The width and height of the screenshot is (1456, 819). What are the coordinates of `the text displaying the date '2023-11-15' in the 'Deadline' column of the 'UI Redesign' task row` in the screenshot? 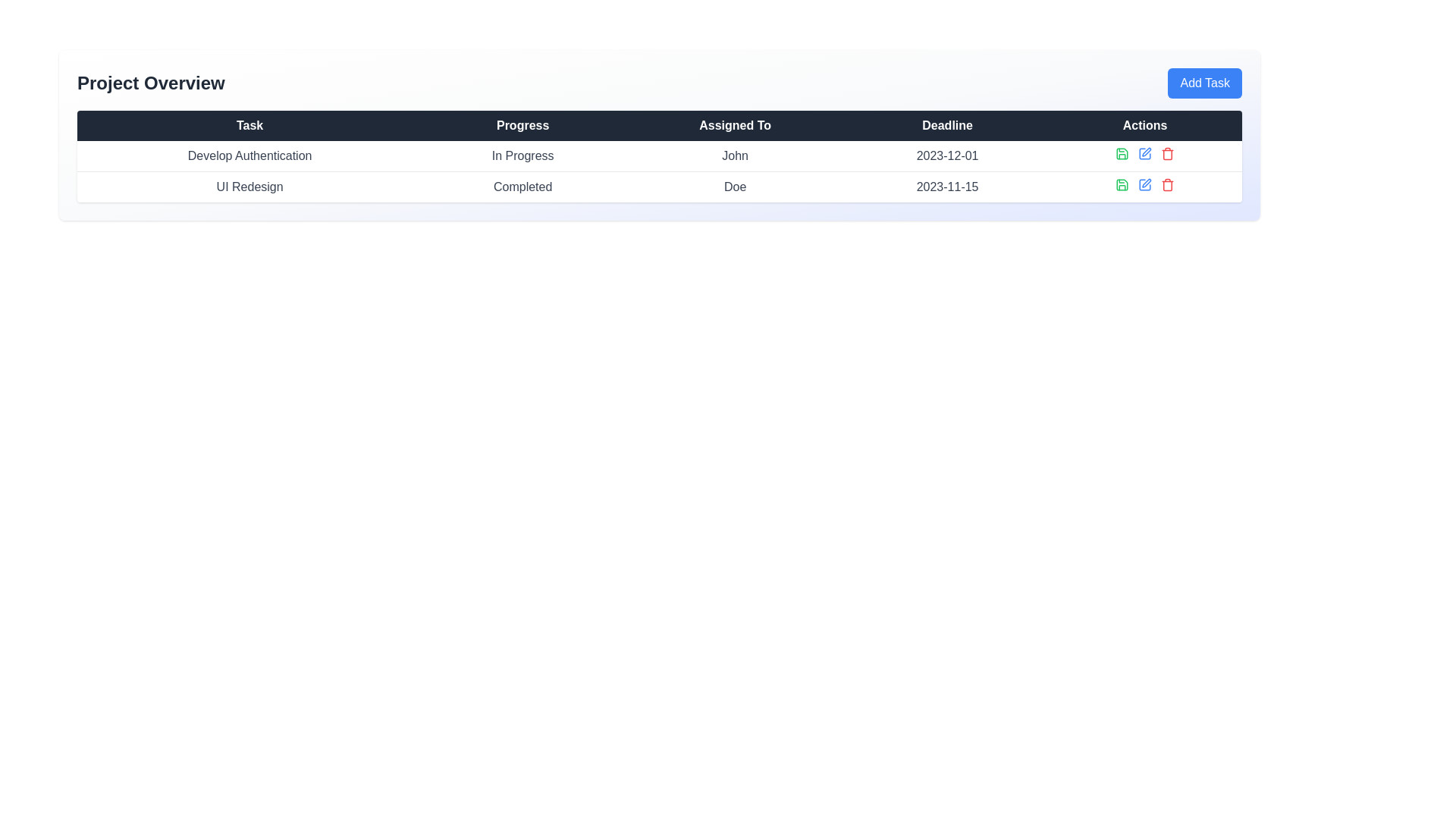 It's located at (946, 186).